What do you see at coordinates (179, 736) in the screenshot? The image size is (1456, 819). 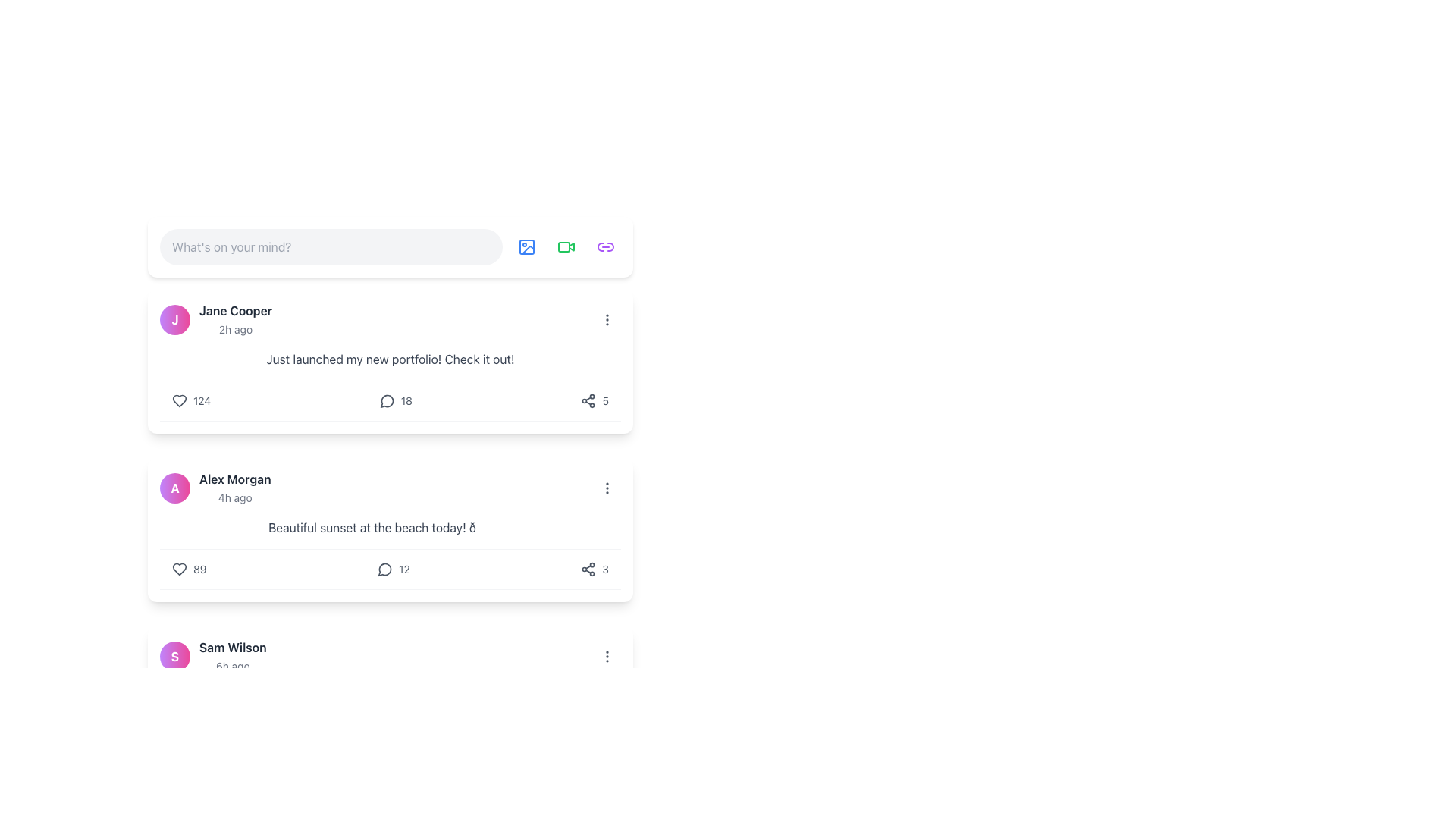 I see `the heart-shaped like button, which is gray and outlined, located at the bottom of a social media post, to the left of the count '156'` at bounding box center [179, 736].